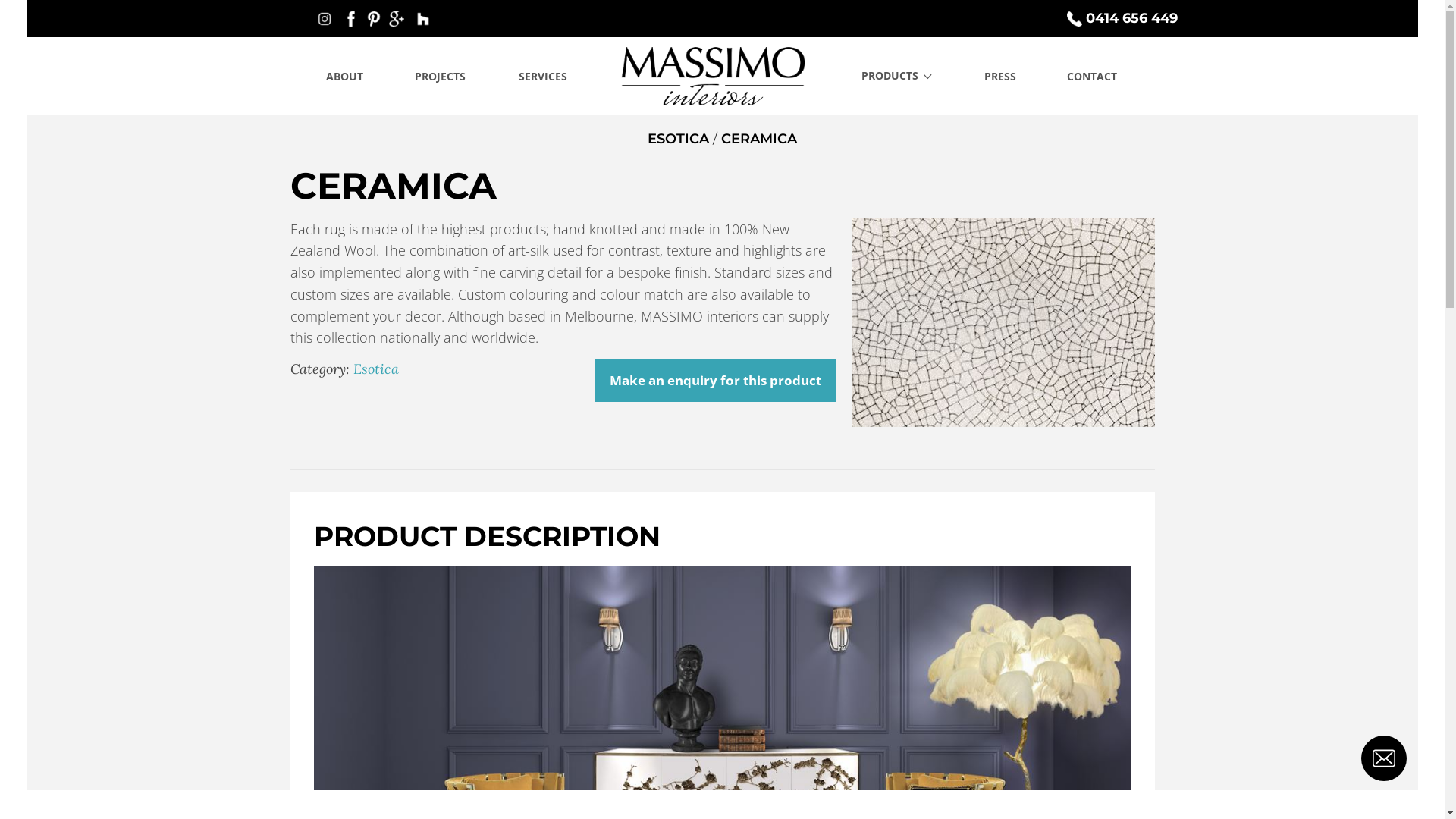 The image size is (1456, 819). I want to click on '0414 656 449', so click(1124, 17).